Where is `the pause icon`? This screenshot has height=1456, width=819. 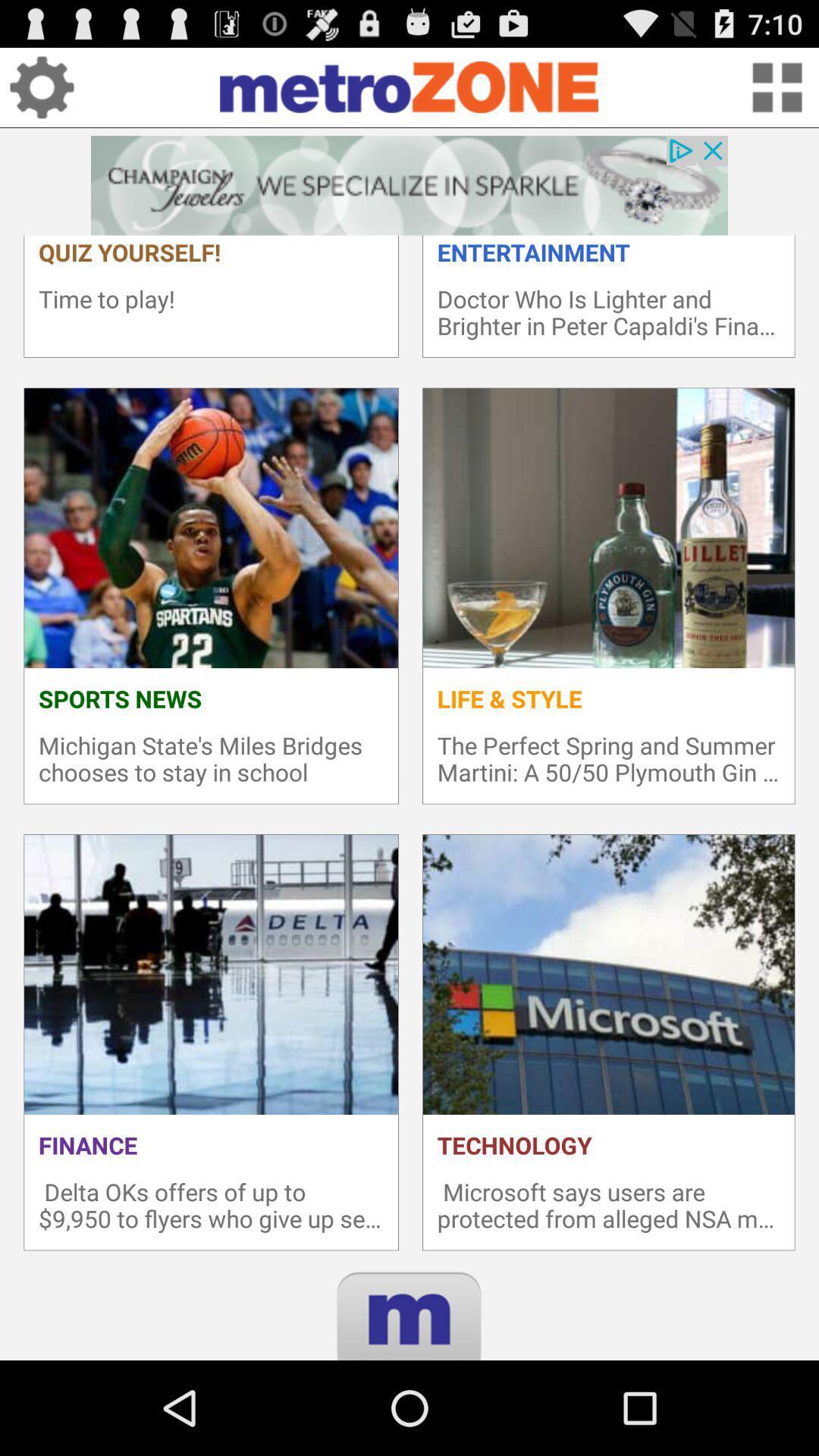 the pause icon is located at coordinates (409, 1423).